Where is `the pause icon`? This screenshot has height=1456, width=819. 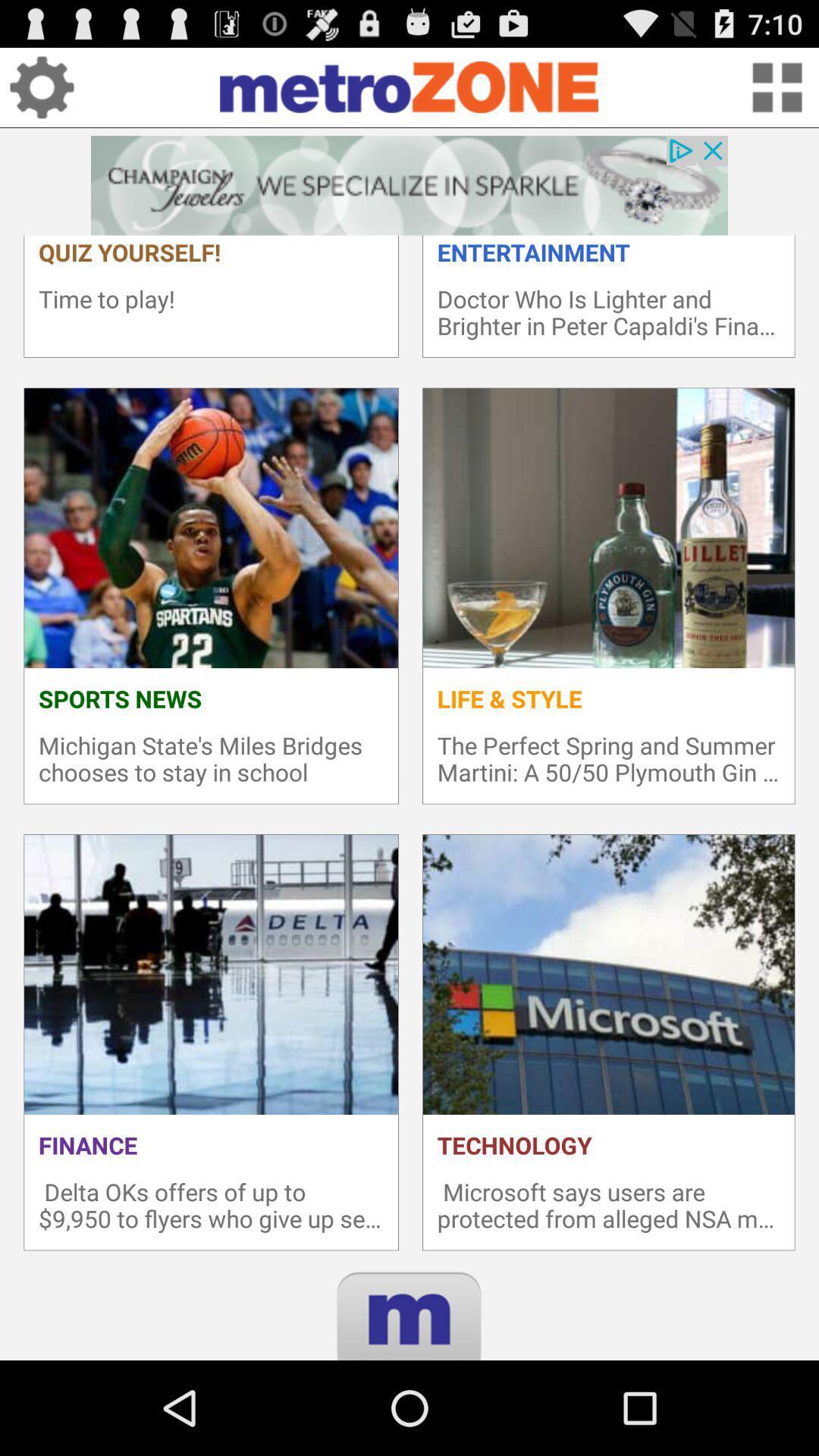 the pause icon is located at coordinates (409, 1423).